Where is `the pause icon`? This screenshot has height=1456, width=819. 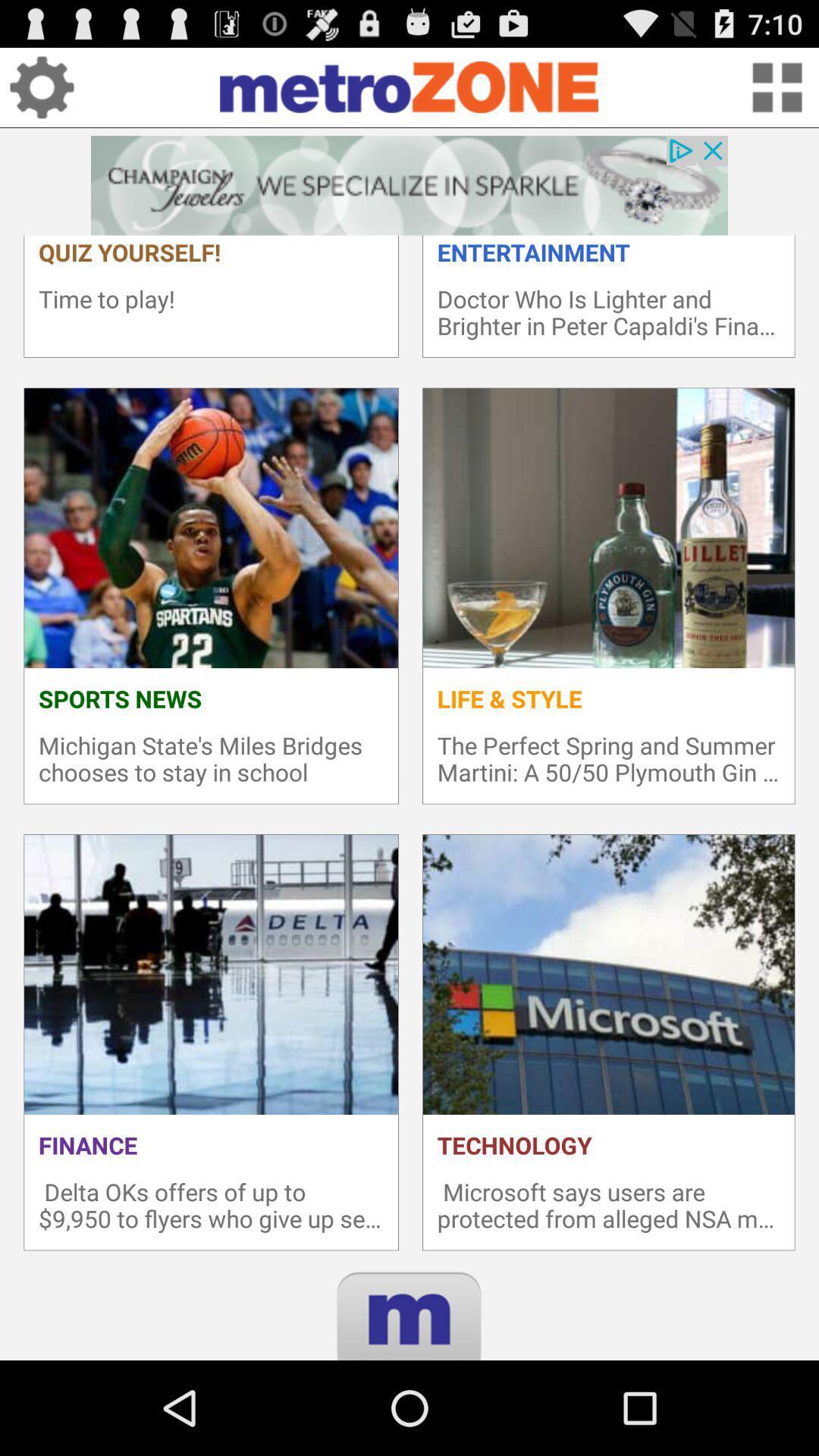 the pause icon is located at coordinates (409, 1423).